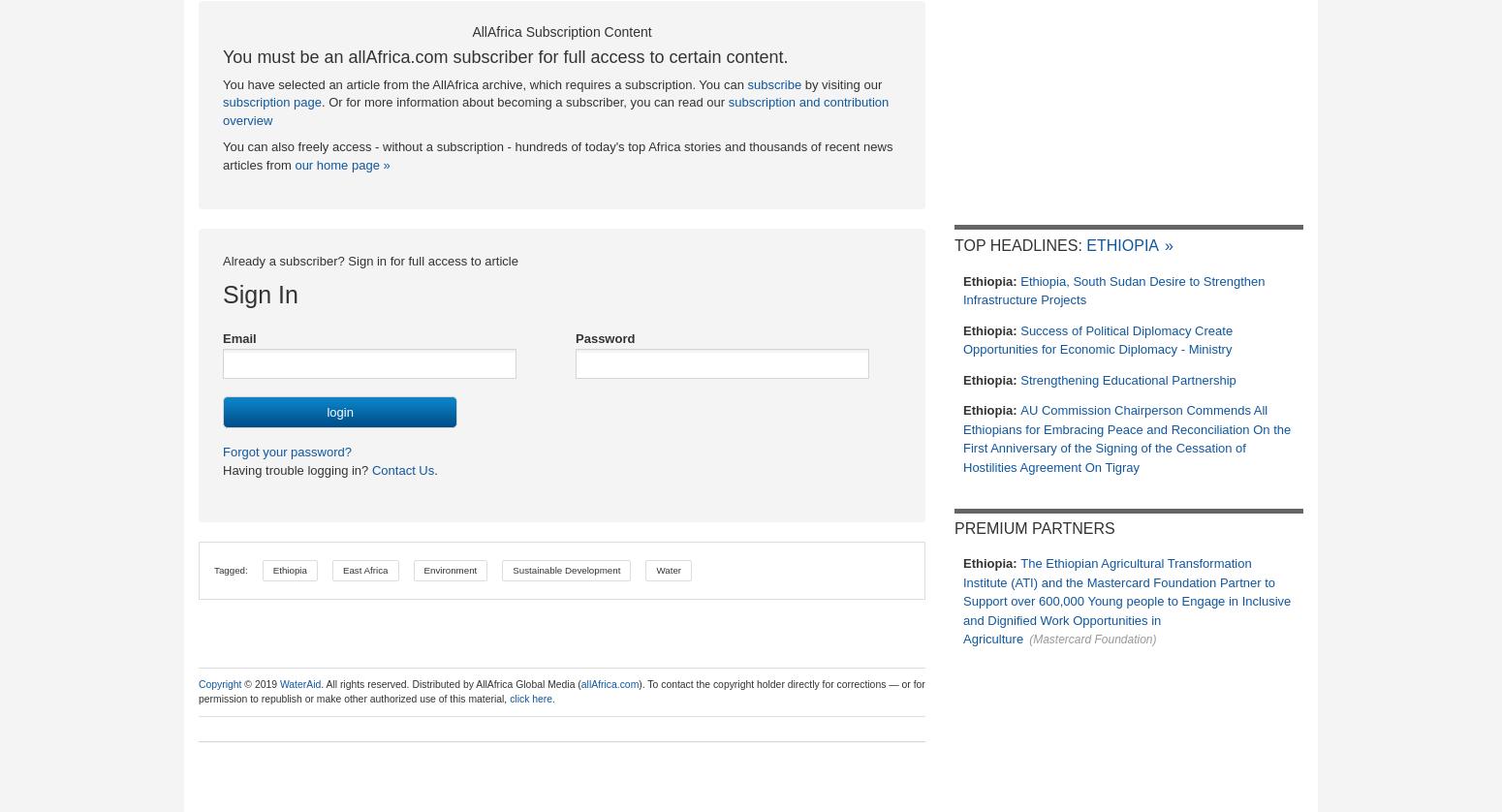 Image resolution: width=1502 pixels, height=812 pixels. I want to click on 'allAfrica.com', so click(608, 682).